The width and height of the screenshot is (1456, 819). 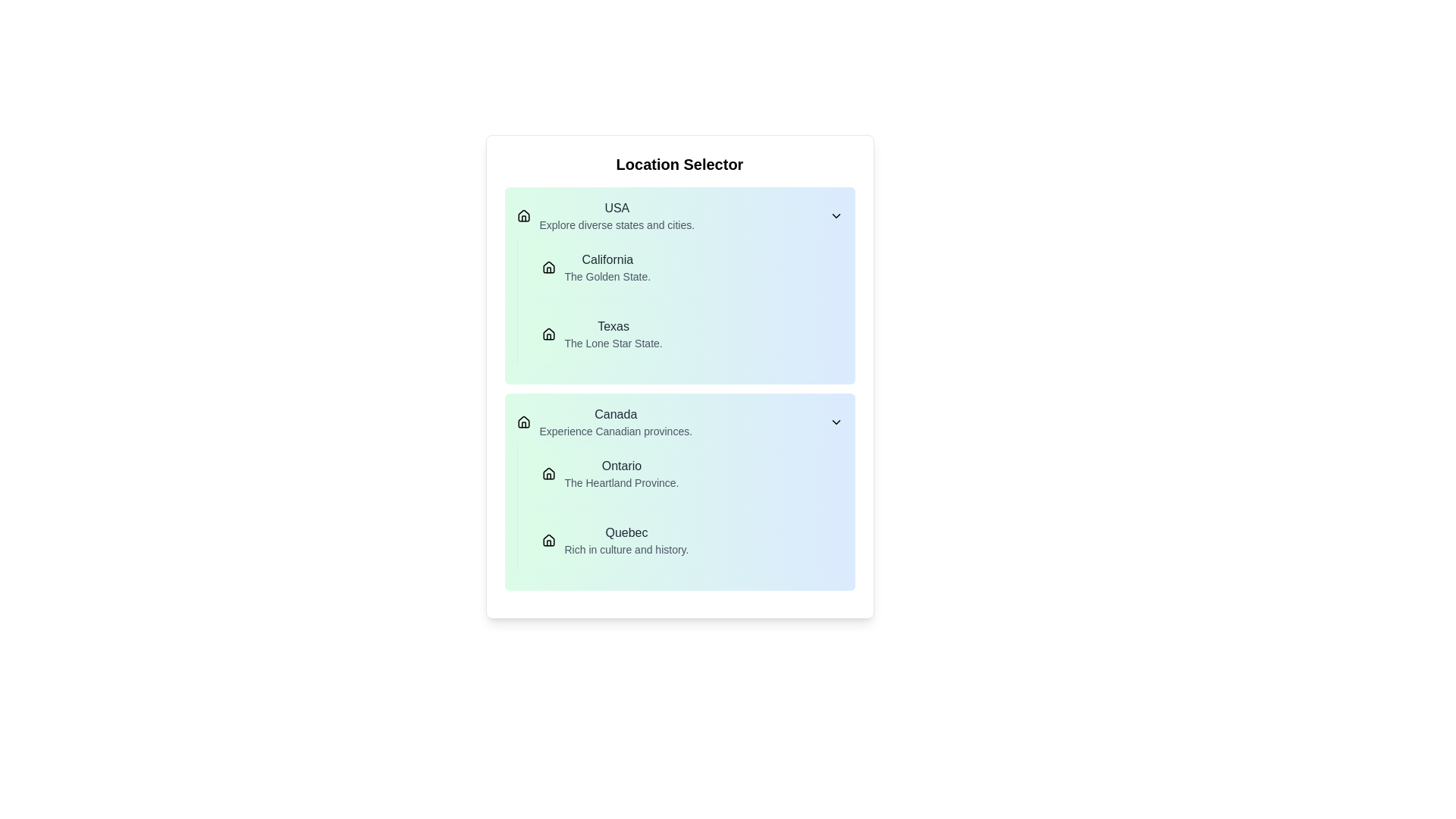 I want to click on the dropdown indicator icon located in the top-right corner of the 'Canada' section of the 'Location Selector' interface to expand or collapse the section, so click(x=835, y=422).